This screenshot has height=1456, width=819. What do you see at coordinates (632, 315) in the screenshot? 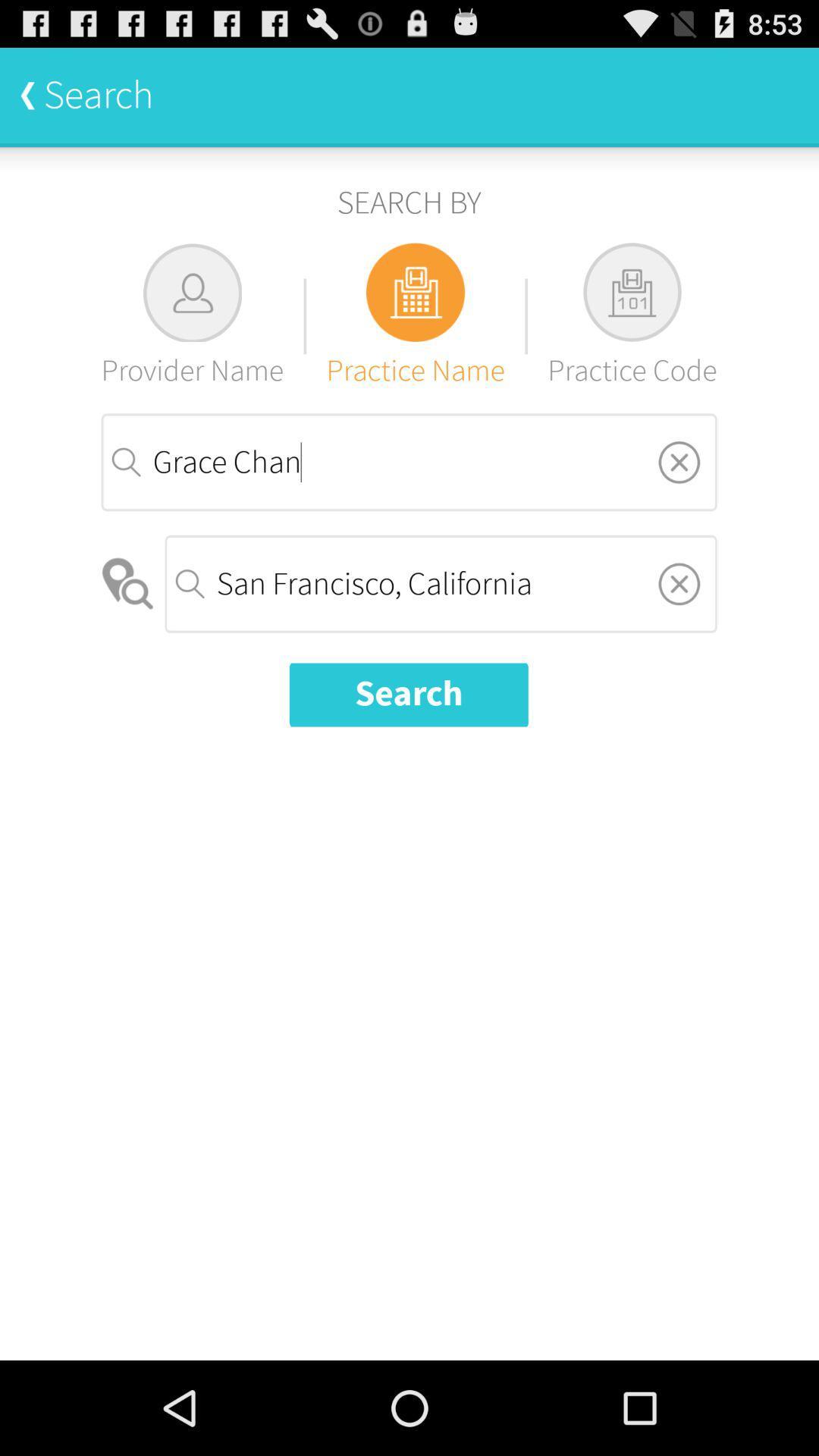
I see `the icon below search by` at bounding box center [632, 315].